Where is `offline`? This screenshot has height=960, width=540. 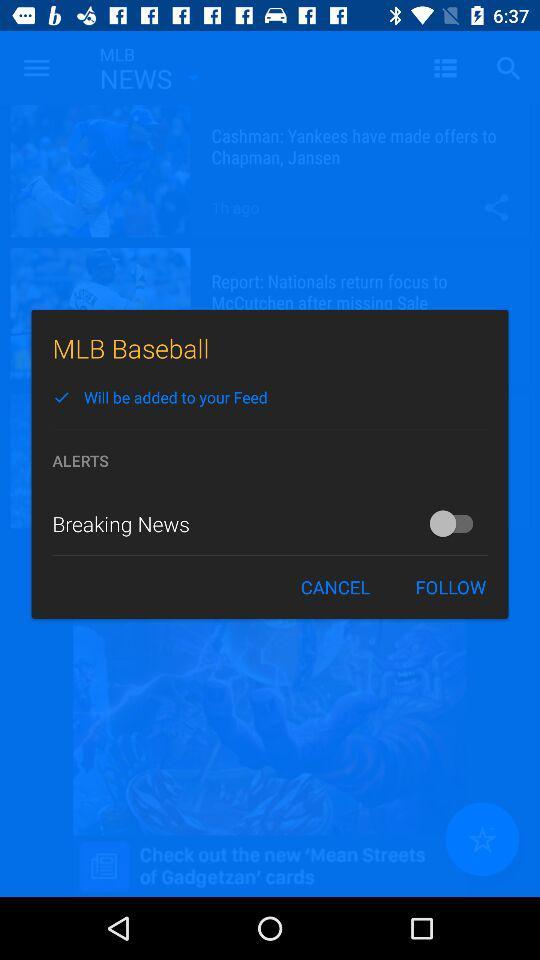 offline is located at coordinates (456, 522).